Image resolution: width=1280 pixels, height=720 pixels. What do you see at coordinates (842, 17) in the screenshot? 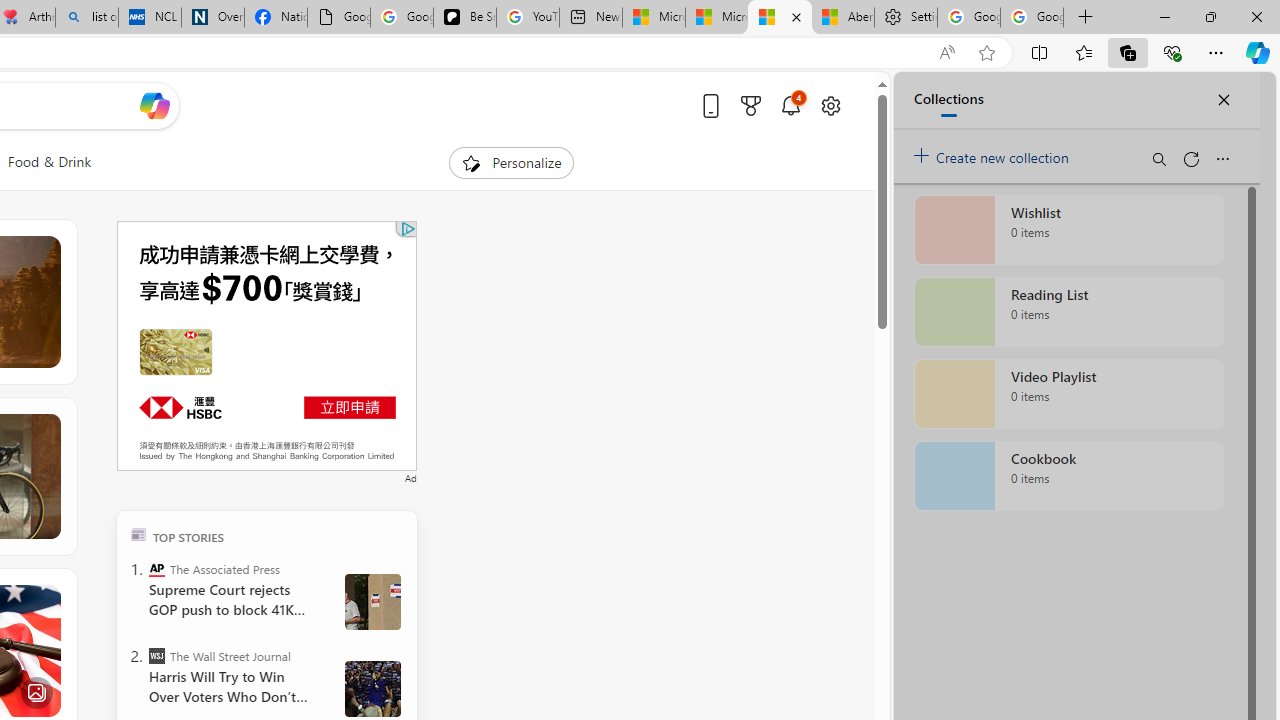
I see `'Aberdeen, Hong Kong SAR hourly forecast | Microsoft Weather'` at bounding box center [842, 17].